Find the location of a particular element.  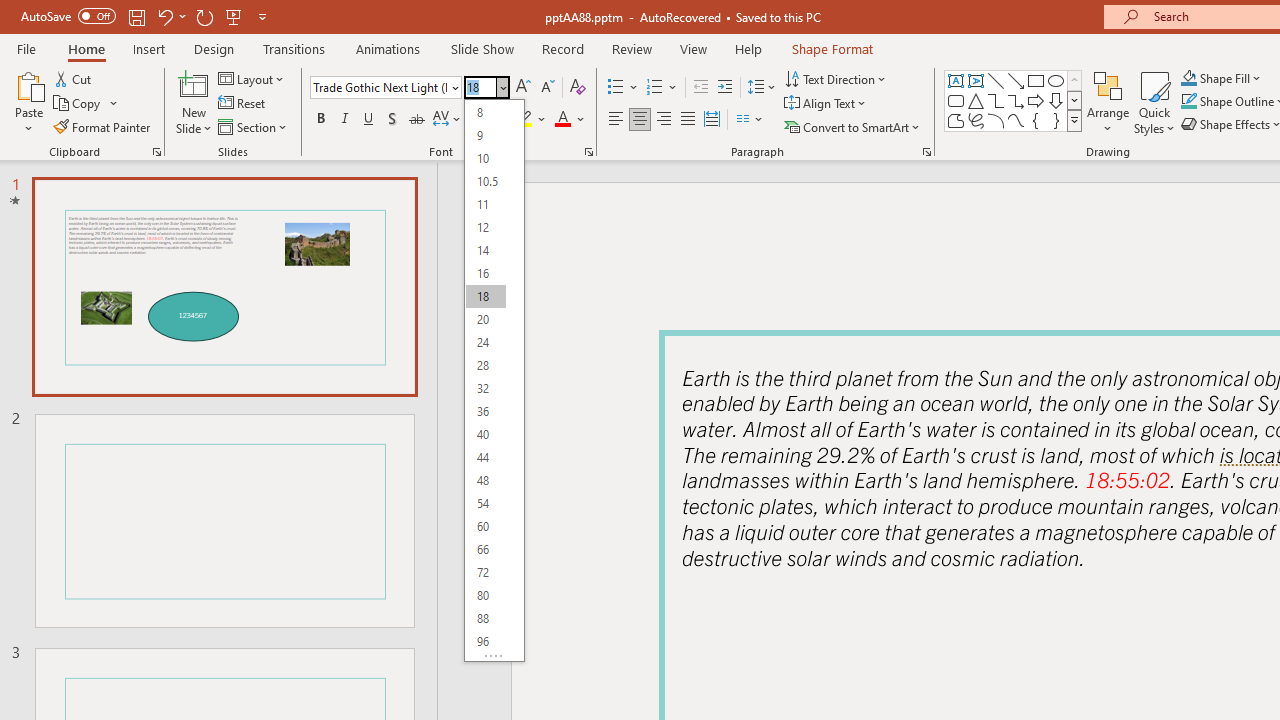

'54' is located at coordinates (485, 502).